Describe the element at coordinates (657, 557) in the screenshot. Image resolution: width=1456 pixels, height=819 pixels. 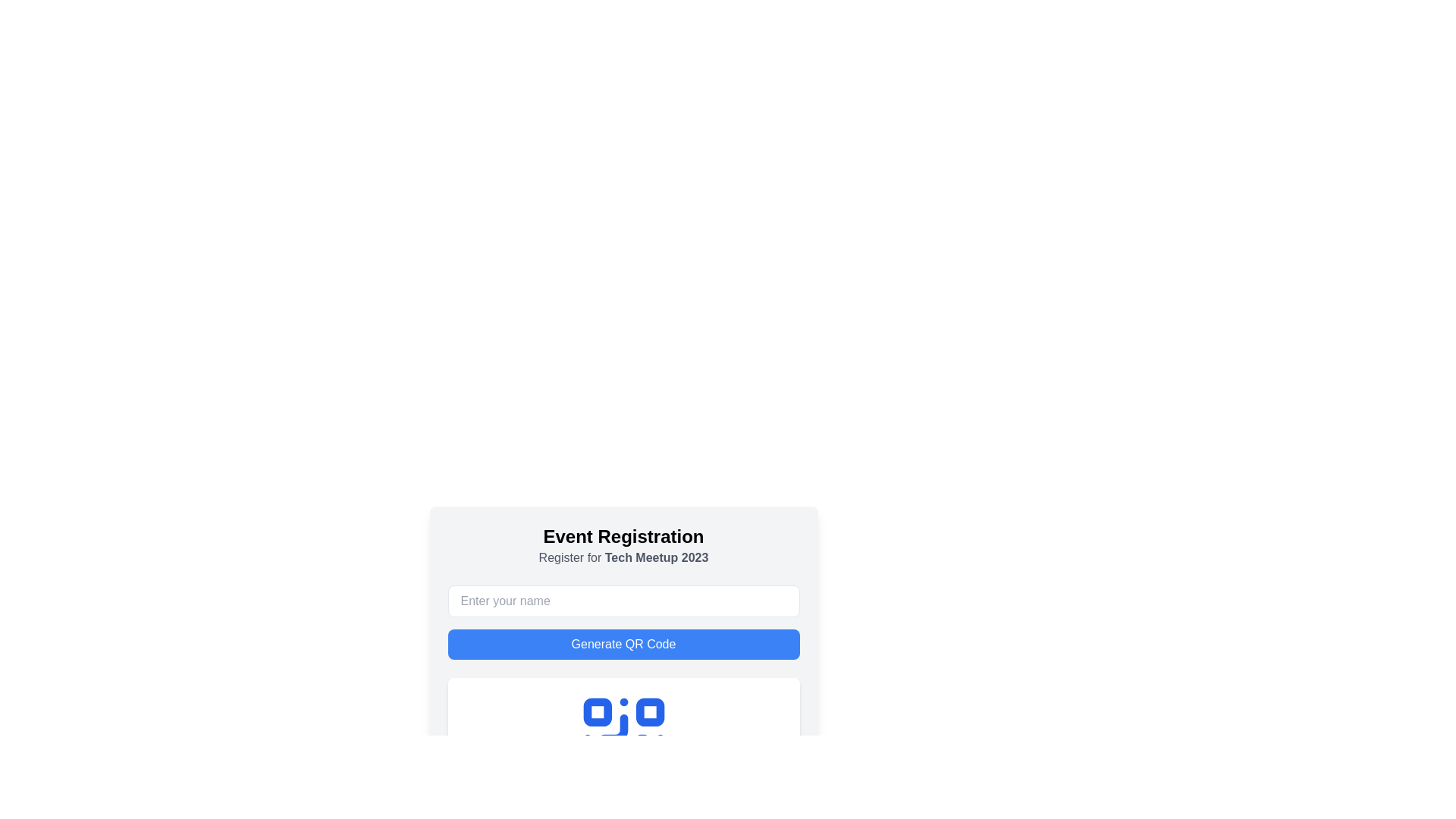
I see `the text label displaying 'Tech Meetup 2023', which is part of the event registration section and appears below the heading 'Event Registration'` at that location.